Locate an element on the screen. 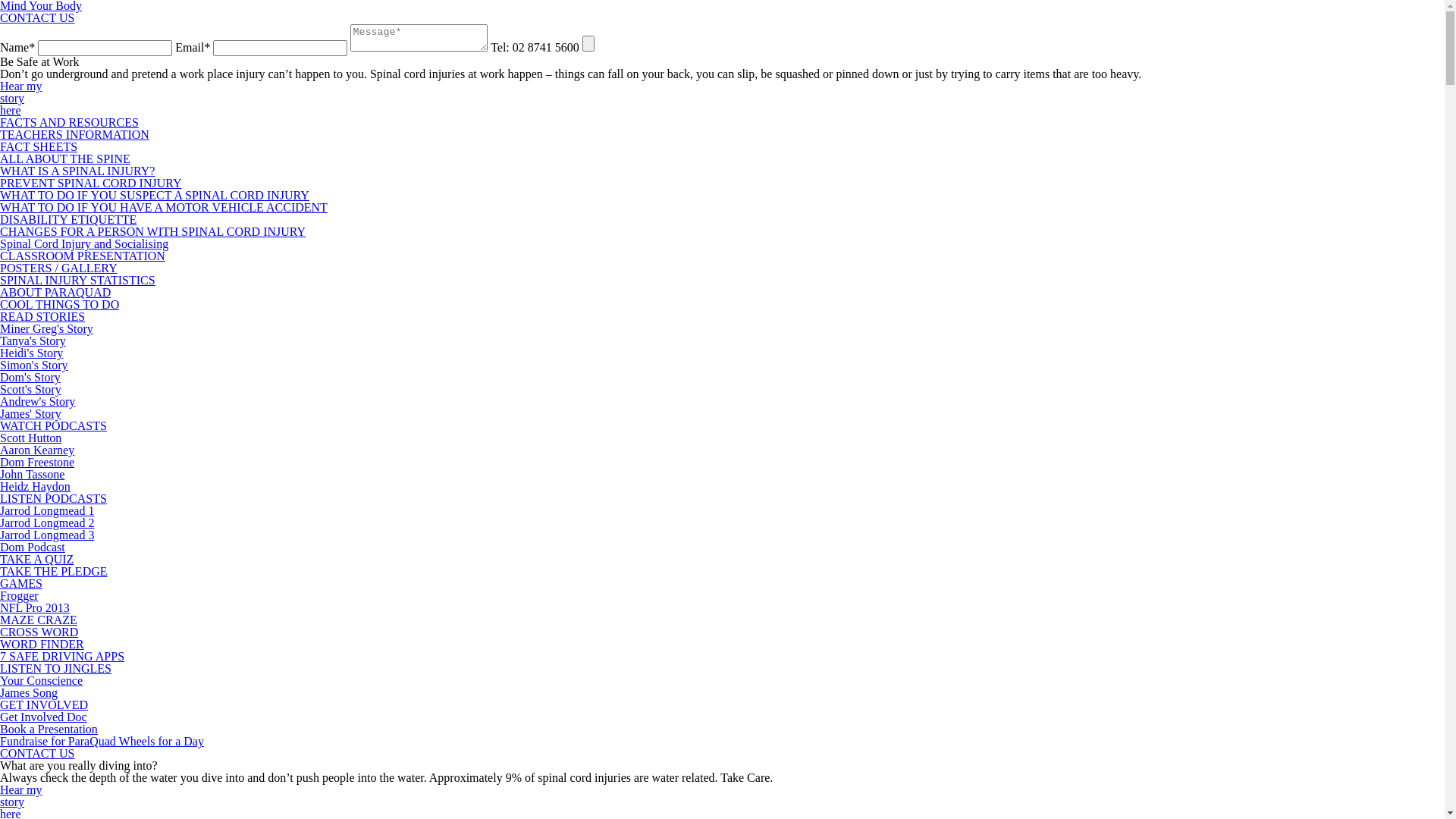 Image resolution: width=1456 pixels, height=819 pixels. 'CLASSROOM PRESENTATION' is located at coordinates (82, 255).